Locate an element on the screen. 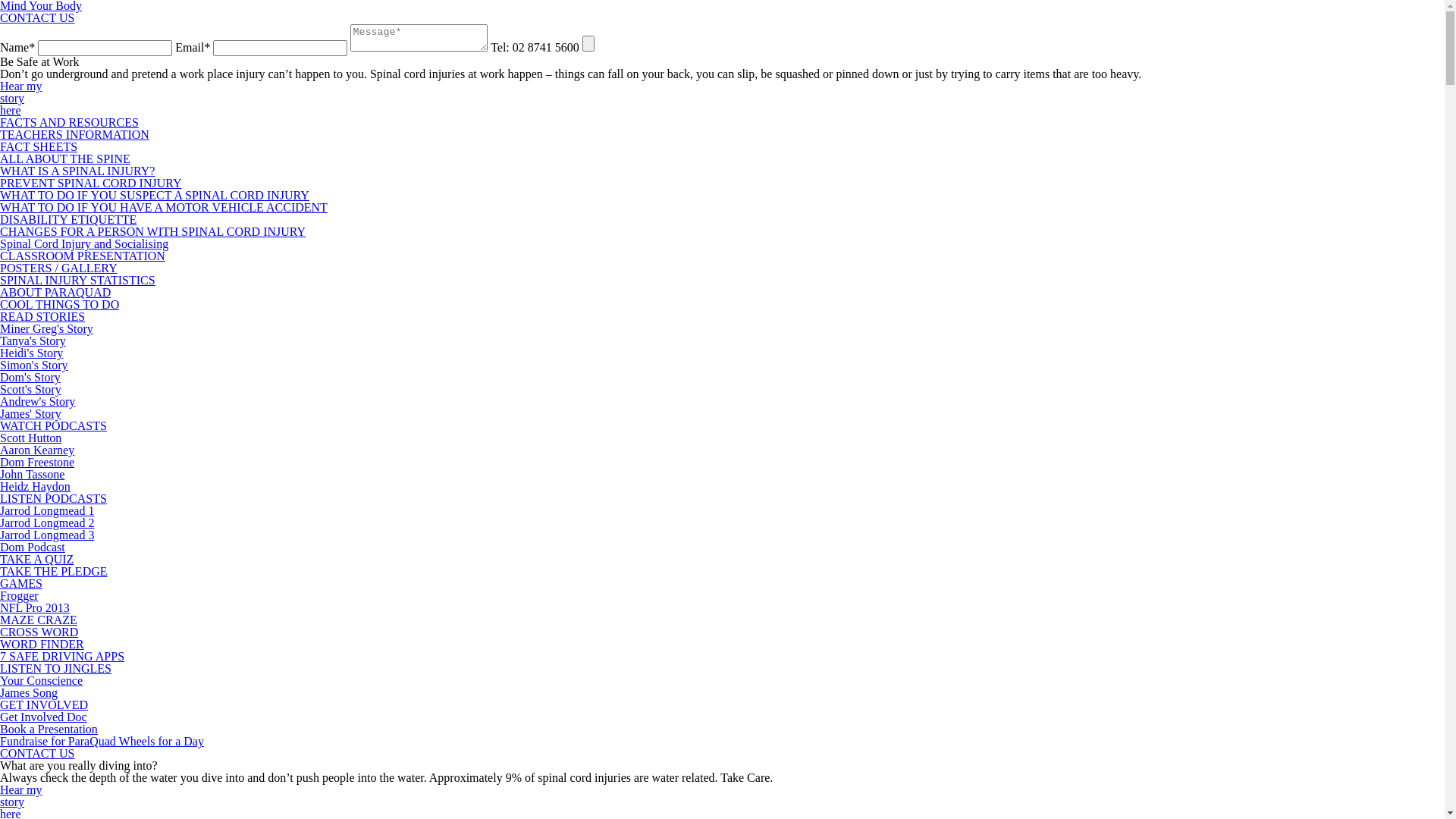 Image resolution: width=1456 pixels, height=819 pixels. 'CLASSROOM PRESENTATION' is located at coordinates (82, 255).